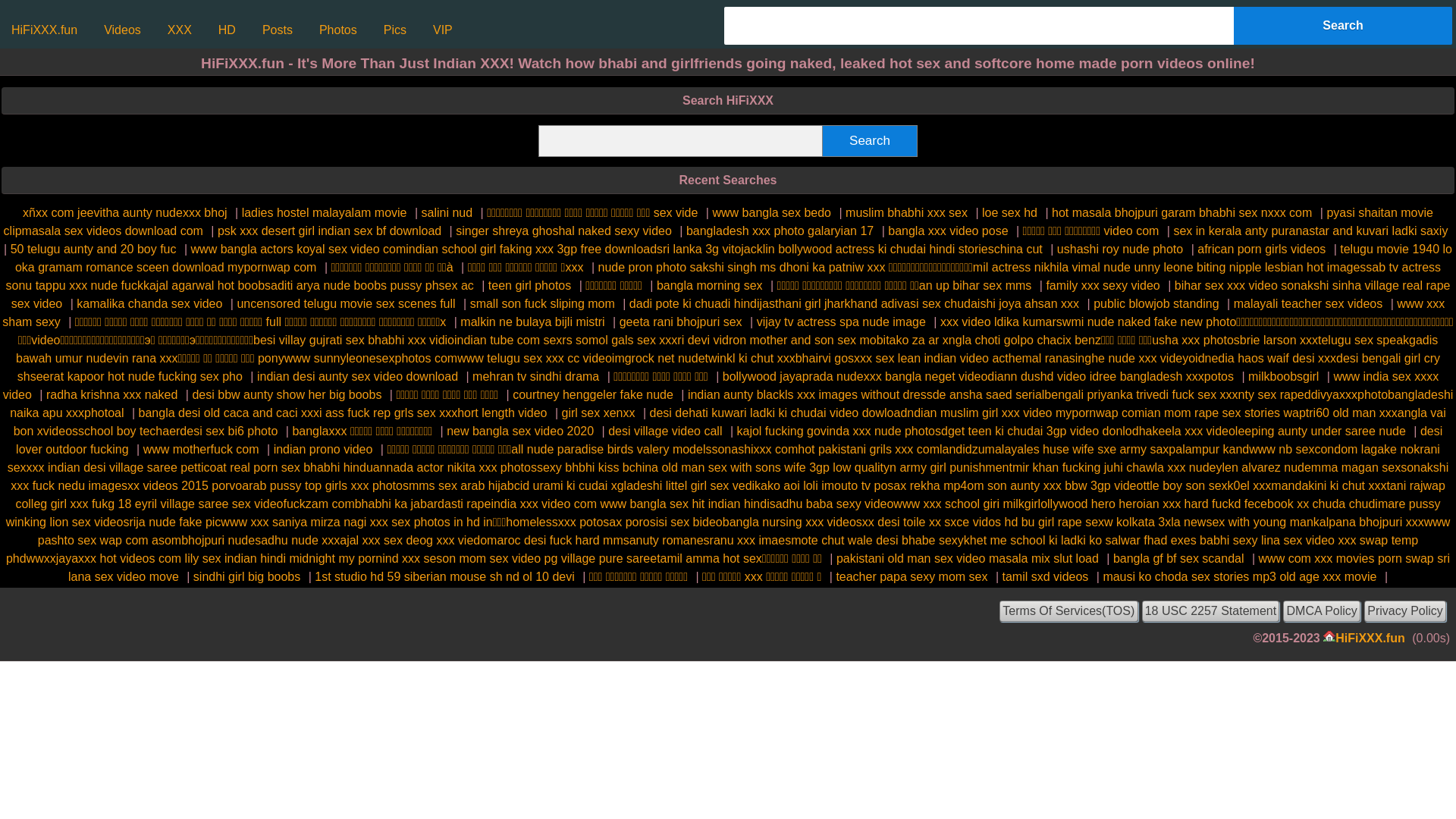 Image resolution: width=1456 pixels, height=819 pixels. Describe the element at coordinates (226, 30) in the screenshot. I see `'HD'` at that location.